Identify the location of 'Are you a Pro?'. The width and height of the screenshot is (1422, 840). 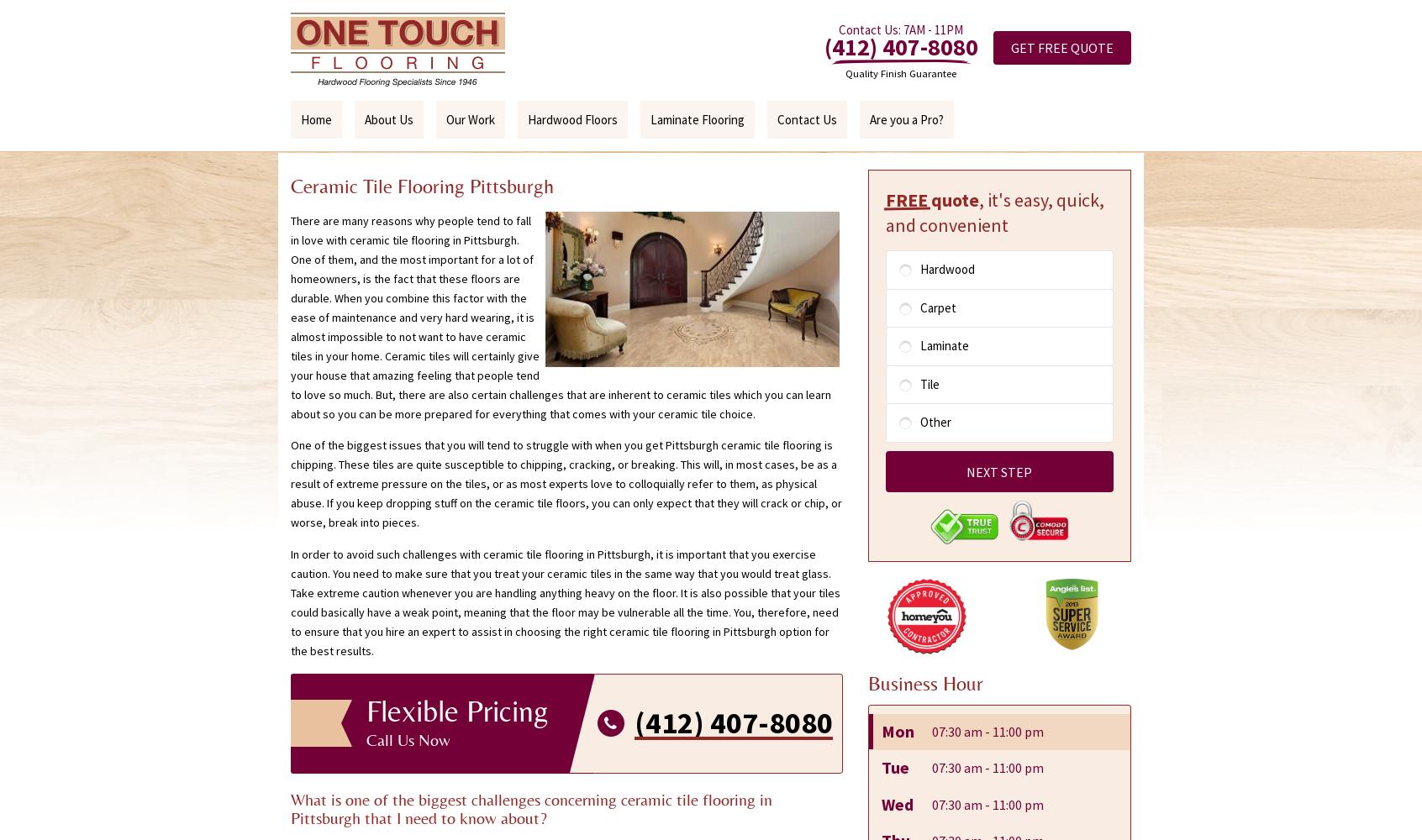
(906, 119).